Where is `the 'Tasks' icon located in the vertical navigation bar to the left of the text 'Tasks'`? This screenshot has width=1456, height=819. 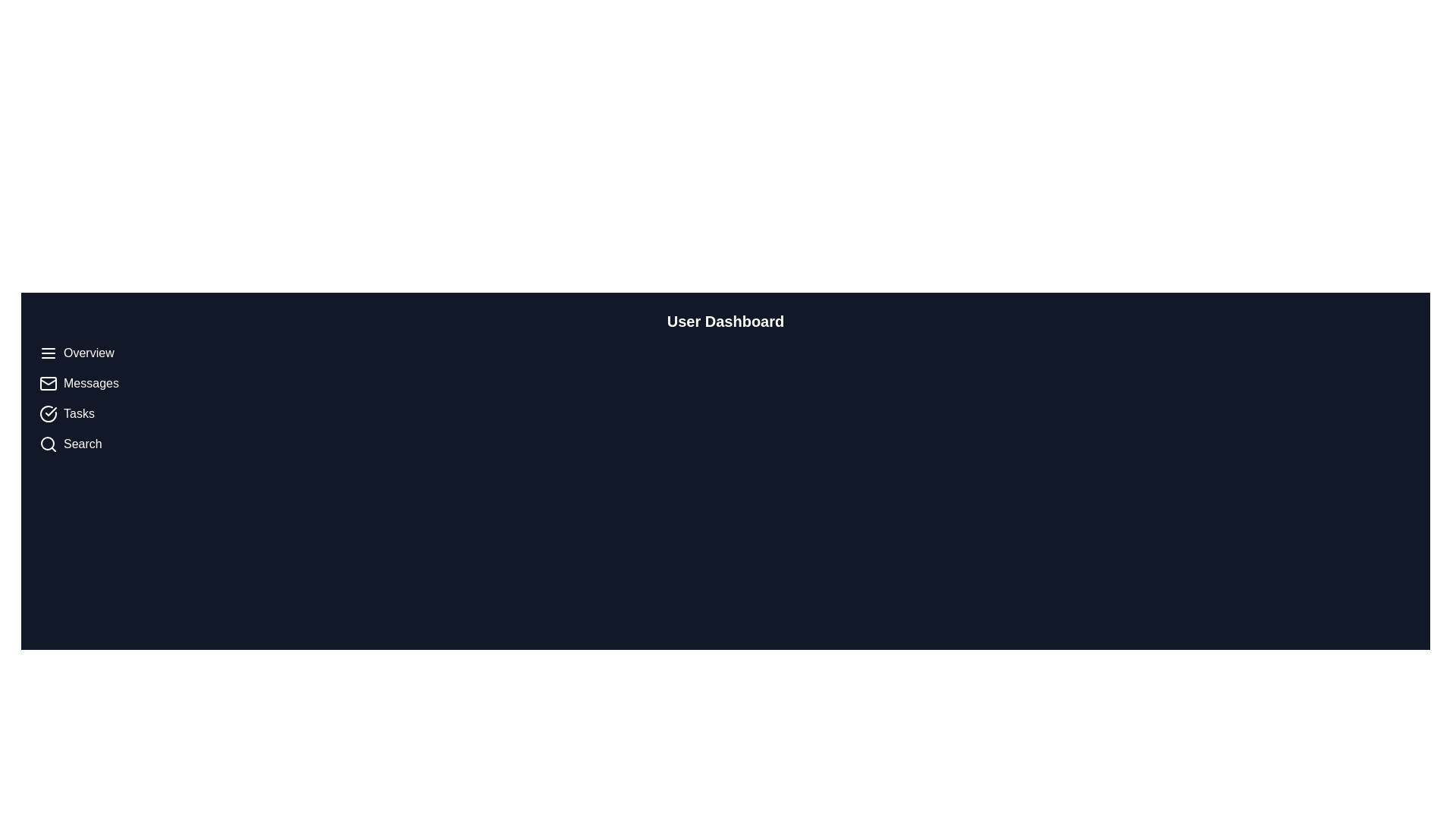
the 'Tasks' icon located in the vertical navigation bar to the left of the text 'Tasks' is located at coordinates (48, 414).